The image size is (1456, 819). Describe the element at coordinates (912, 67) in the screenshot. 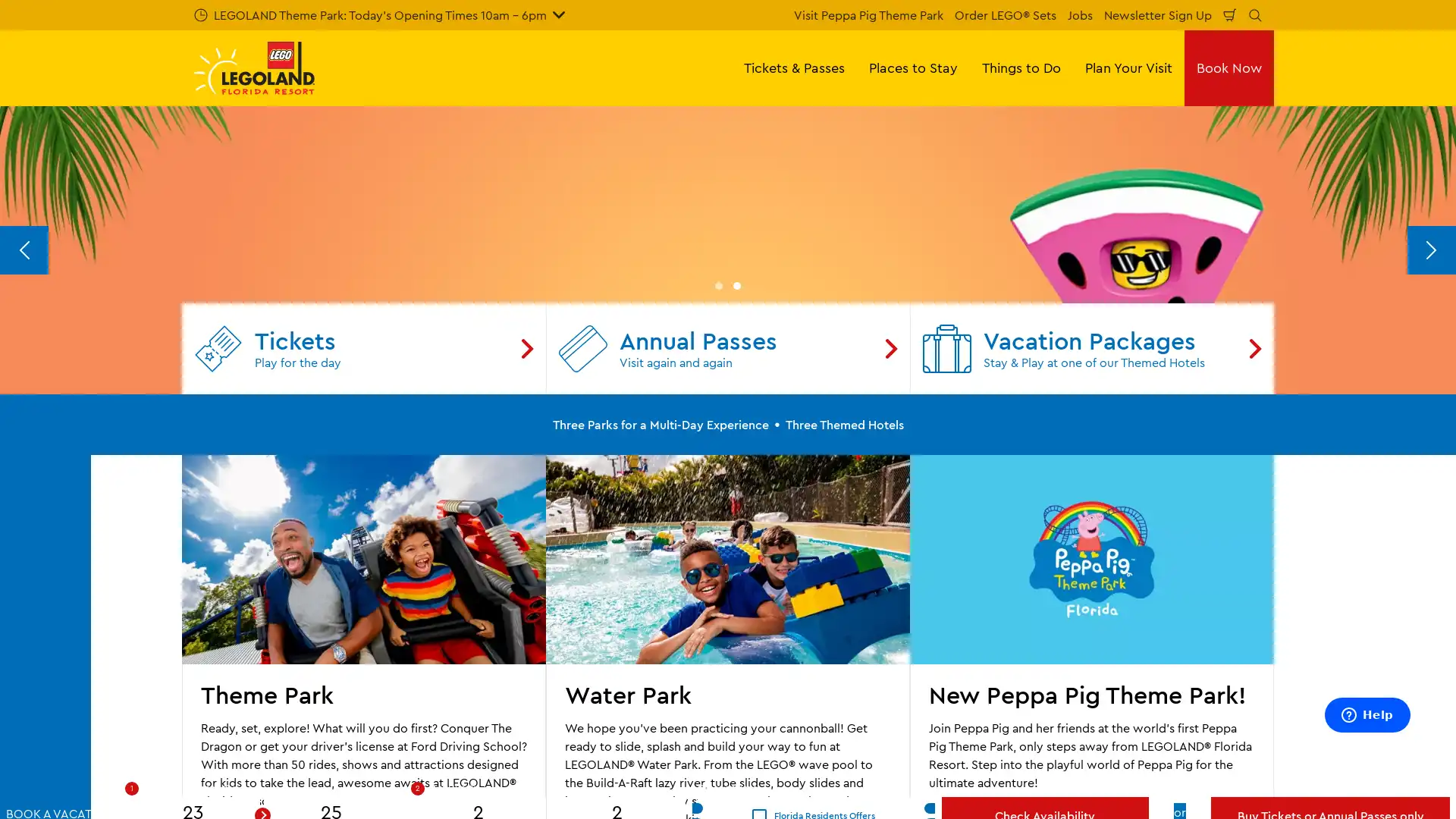

I see `Places to Stay` at that location.